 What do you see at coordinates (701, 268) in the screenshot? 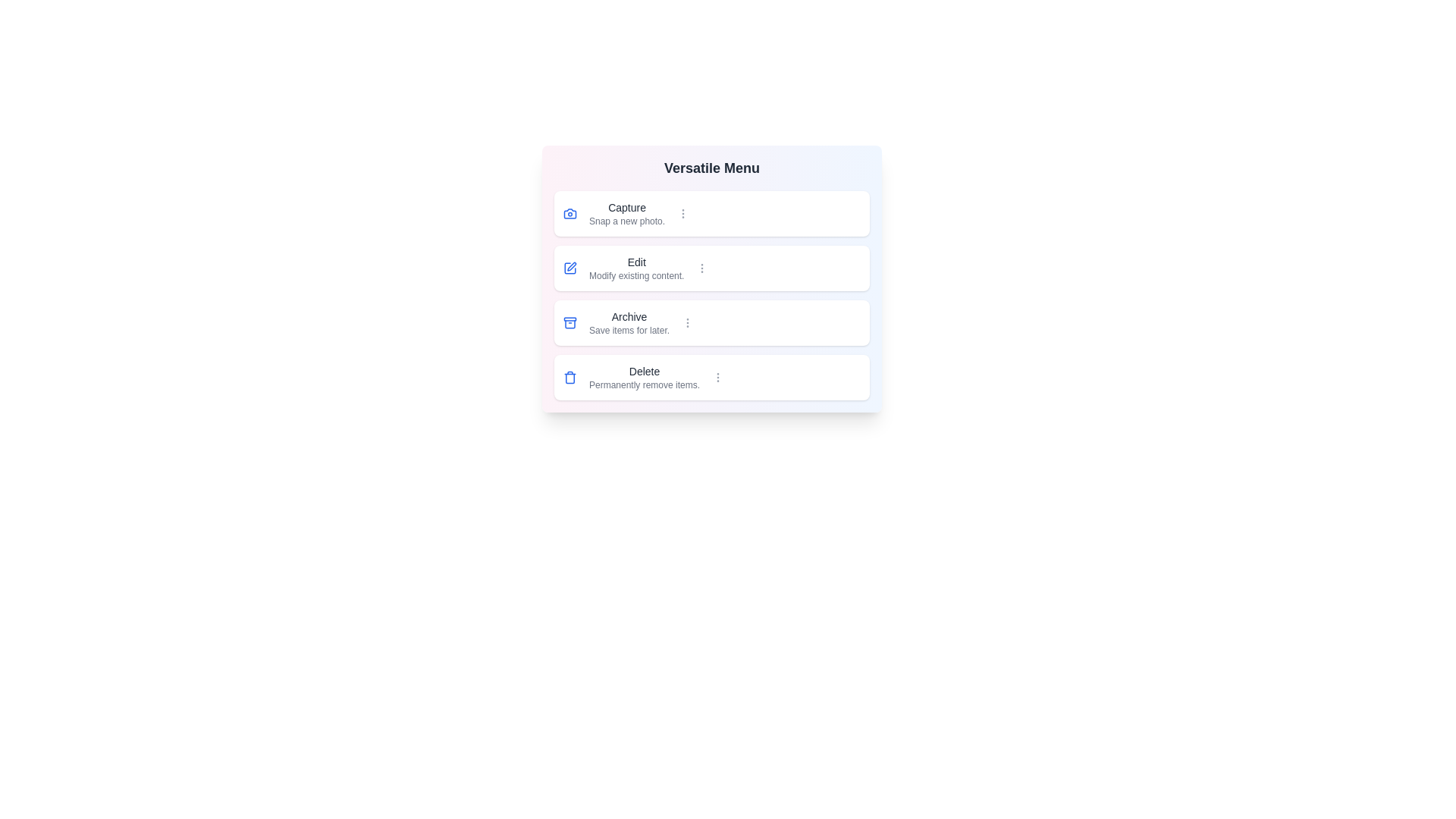
I see `the ellipsis icon of the menu item corresponding to Edit` at bounding box center [701, 268].